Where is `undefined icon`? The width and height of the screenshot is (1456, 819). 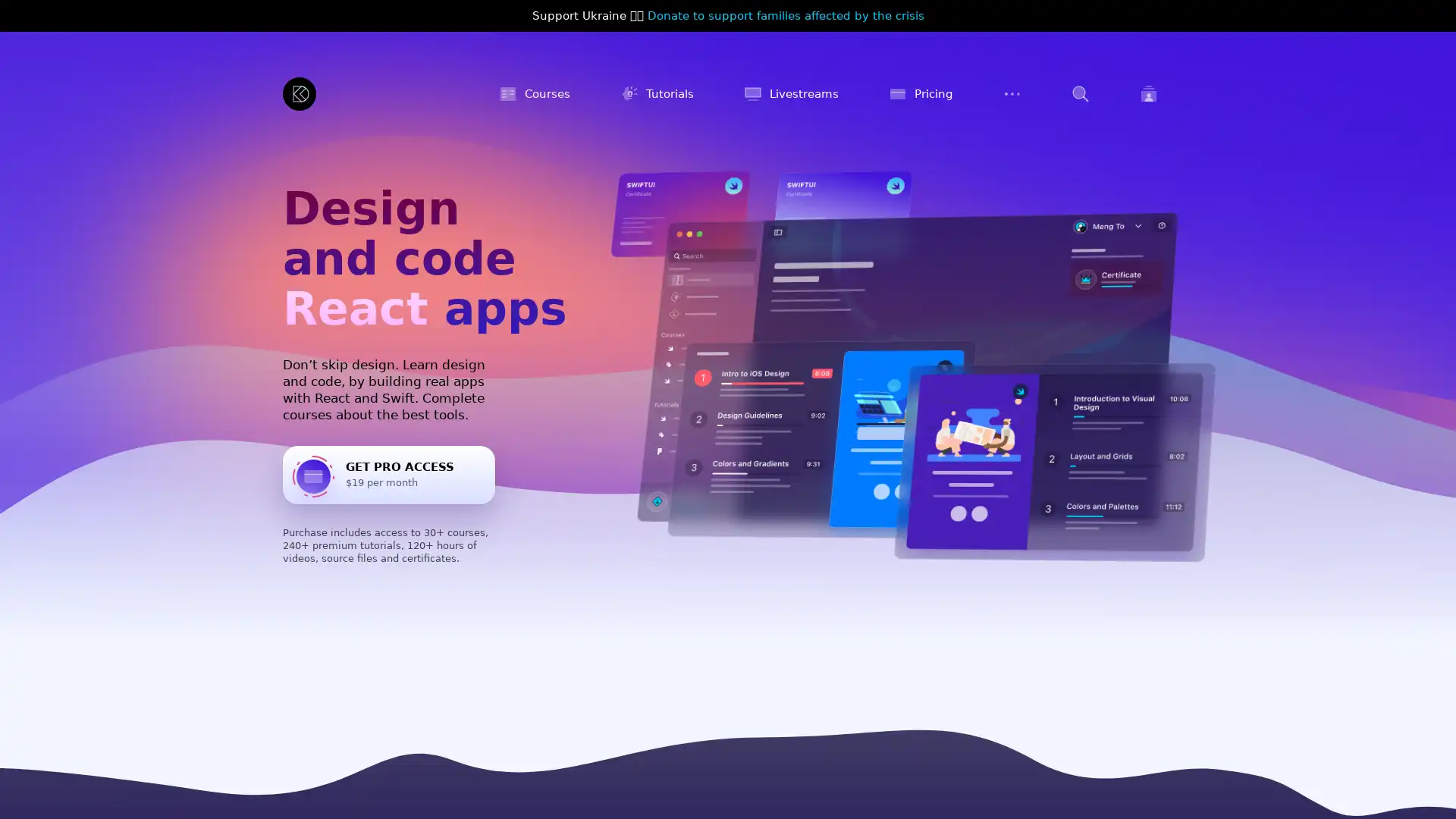 undefined icon is located at coordinates (1149, 93).